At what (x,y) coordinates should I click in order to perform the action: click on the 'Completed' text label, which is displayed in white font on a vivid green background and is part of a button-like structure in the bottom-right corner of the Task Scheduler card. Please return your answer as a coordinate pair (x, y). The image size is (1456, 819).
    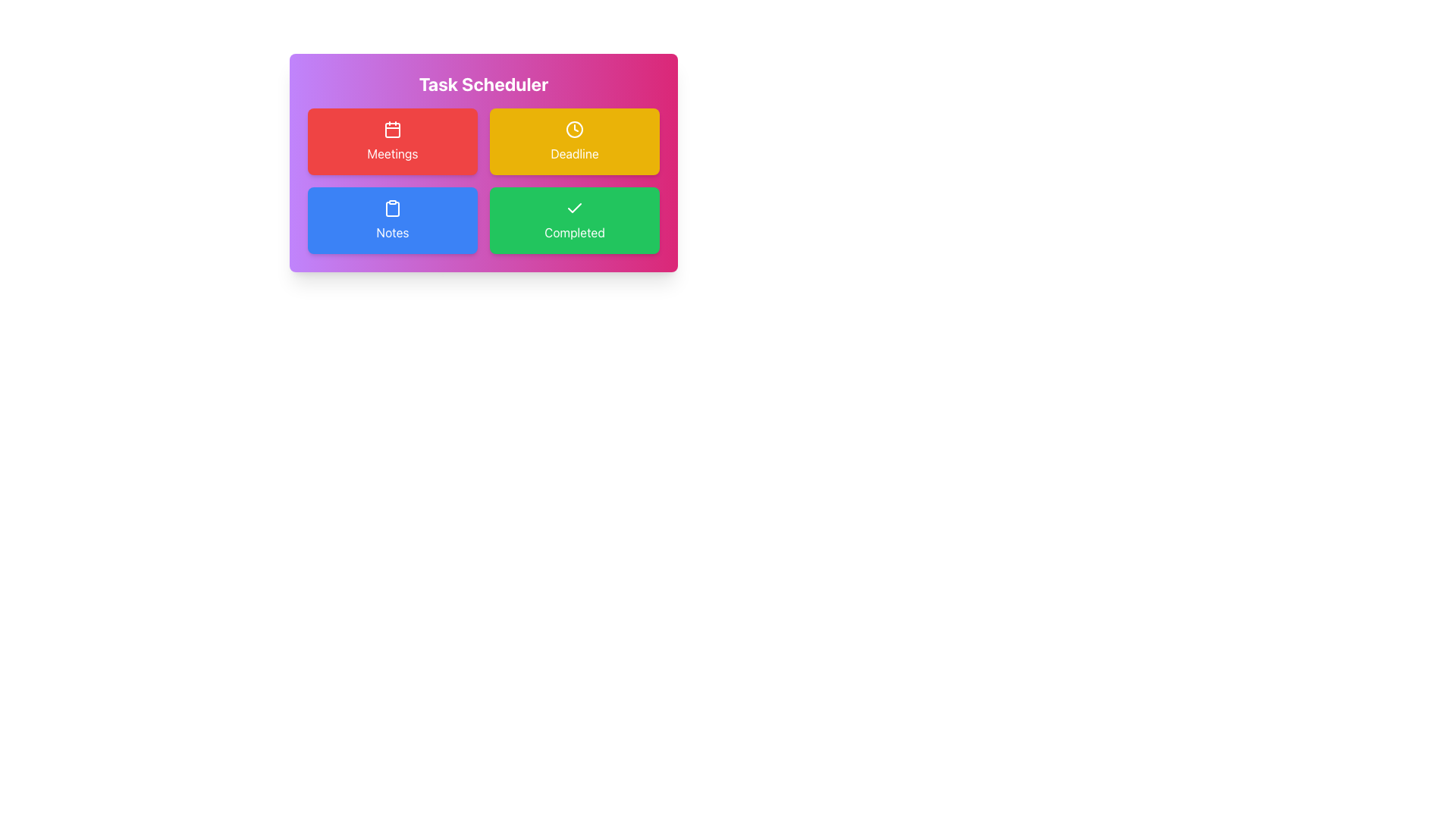
    Looking at the image, I should click on (574, 233).